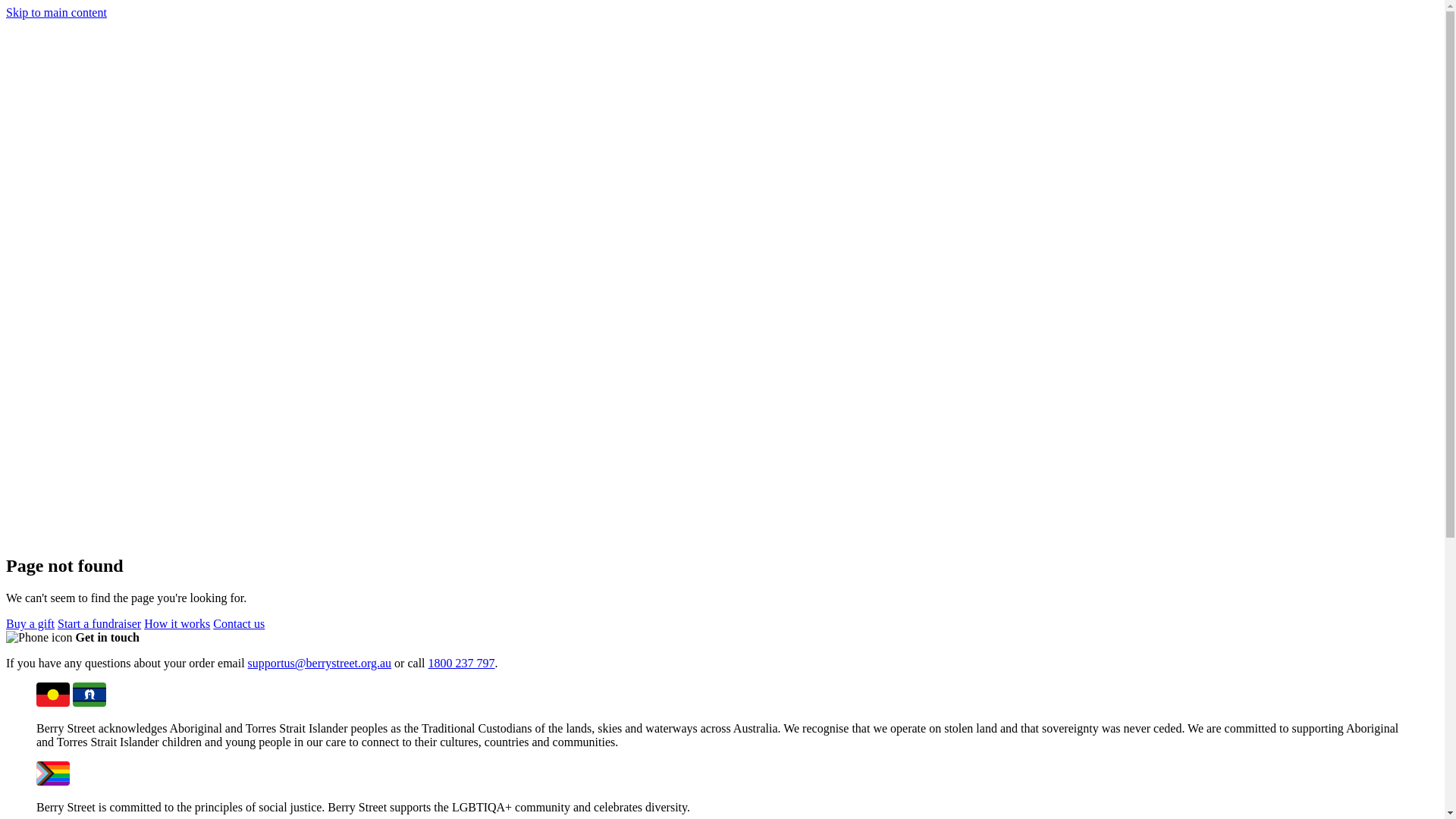 This screenshot has height=819, width=1456. Describe the element at coordinates (319, 662) in the screenshot. I see `'supportus@berrystreet.org.au'` at that location.